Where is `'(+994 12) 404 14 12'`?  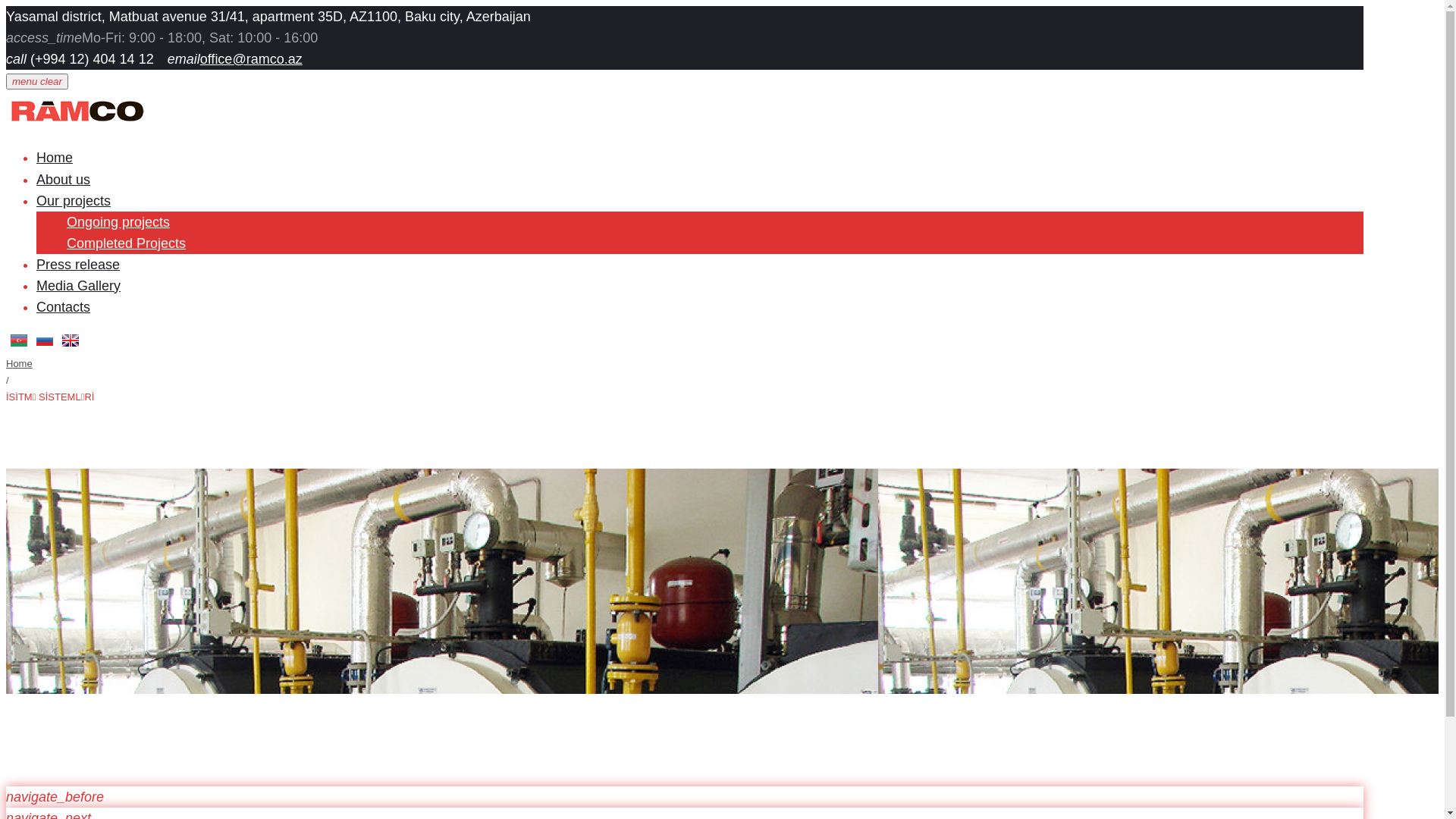
'(+994 12) 404 14 12' is located at coordinates (89, 58).